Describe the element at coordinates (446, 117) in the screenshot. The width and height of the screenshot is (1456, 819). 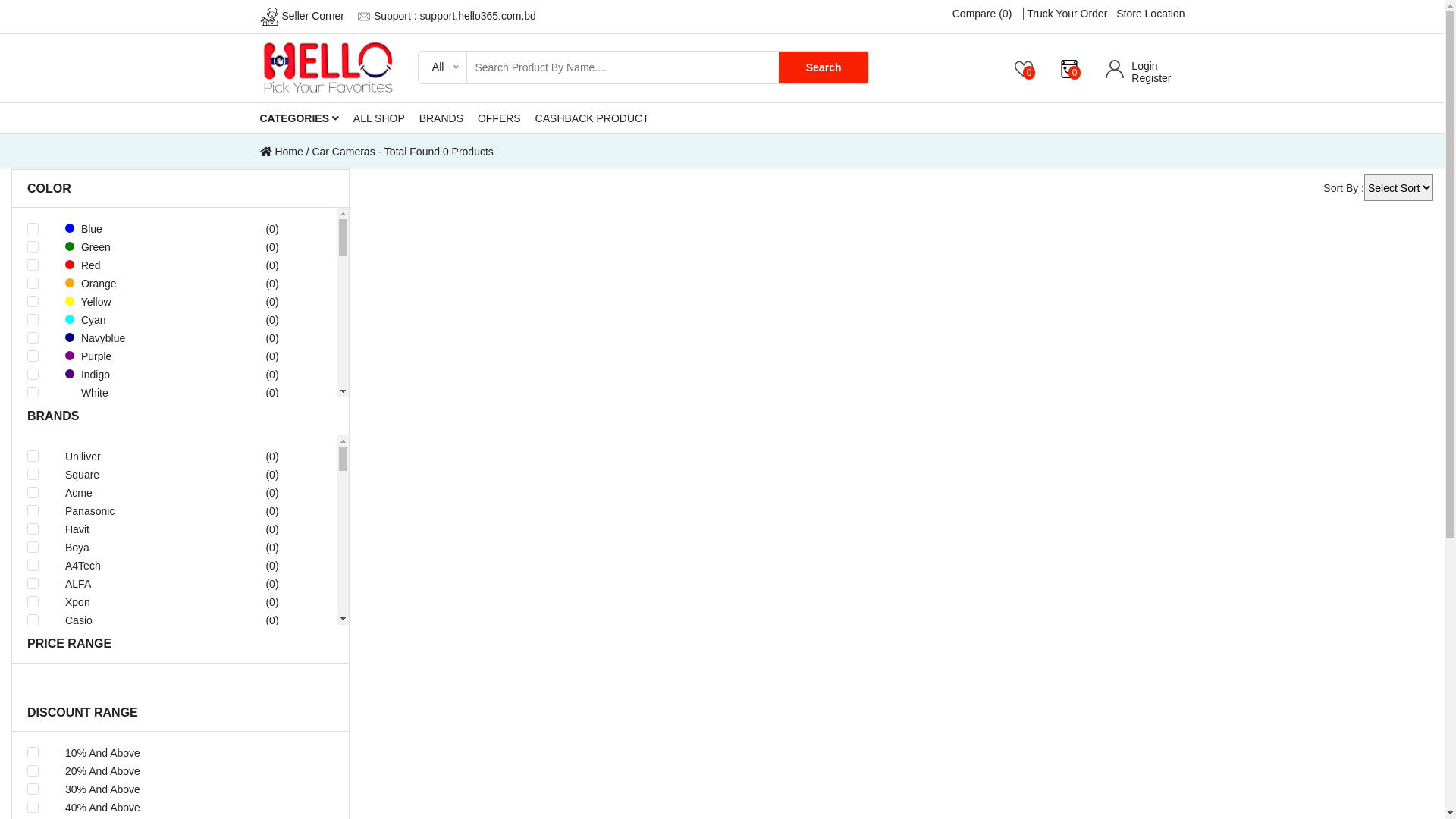
I see `'BRANDS'` at that location.